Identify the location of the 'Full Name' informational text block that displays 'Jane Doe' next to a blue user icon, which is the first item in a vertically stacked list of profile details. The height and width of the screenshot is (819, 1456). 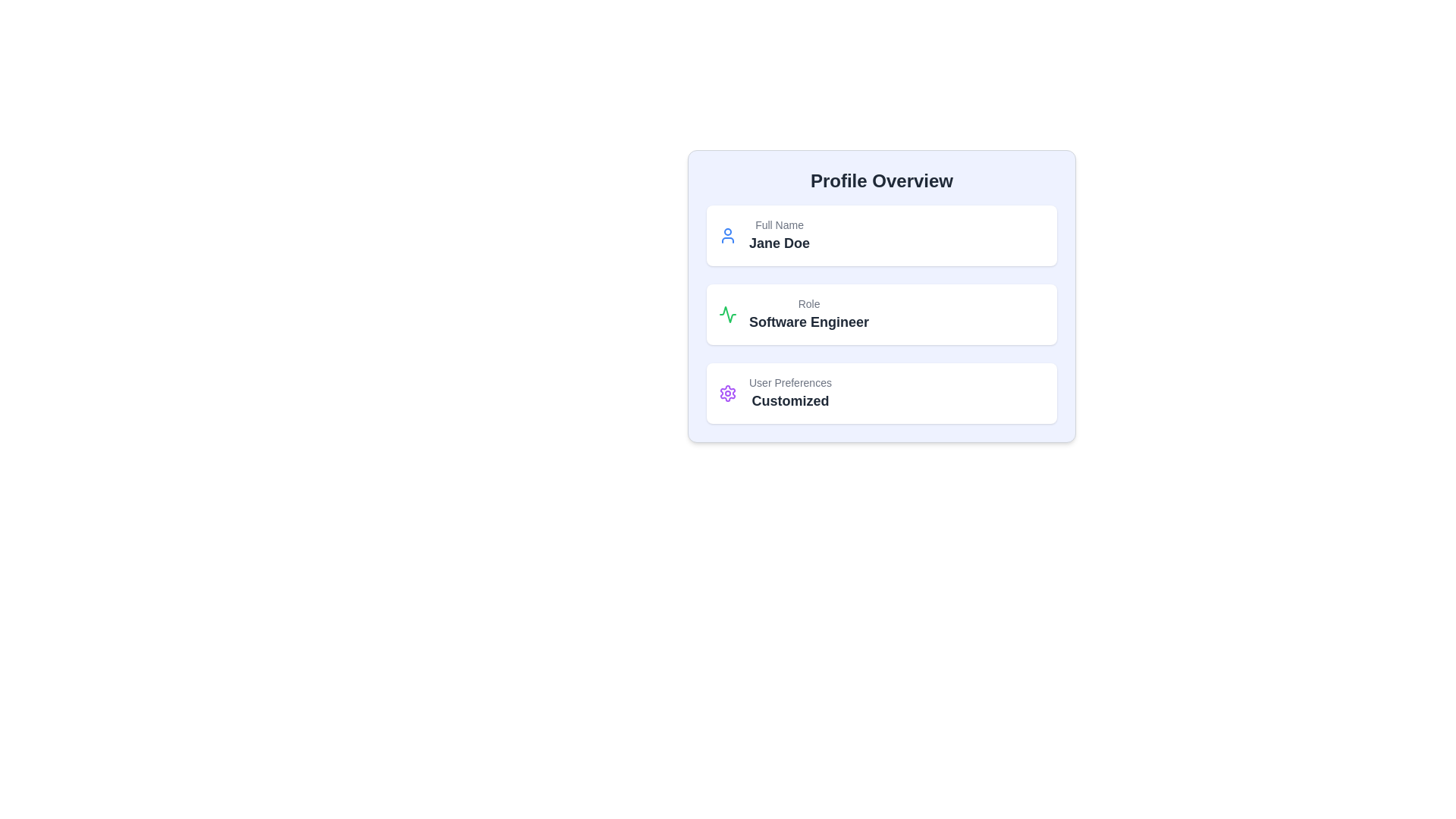
(764, 236).